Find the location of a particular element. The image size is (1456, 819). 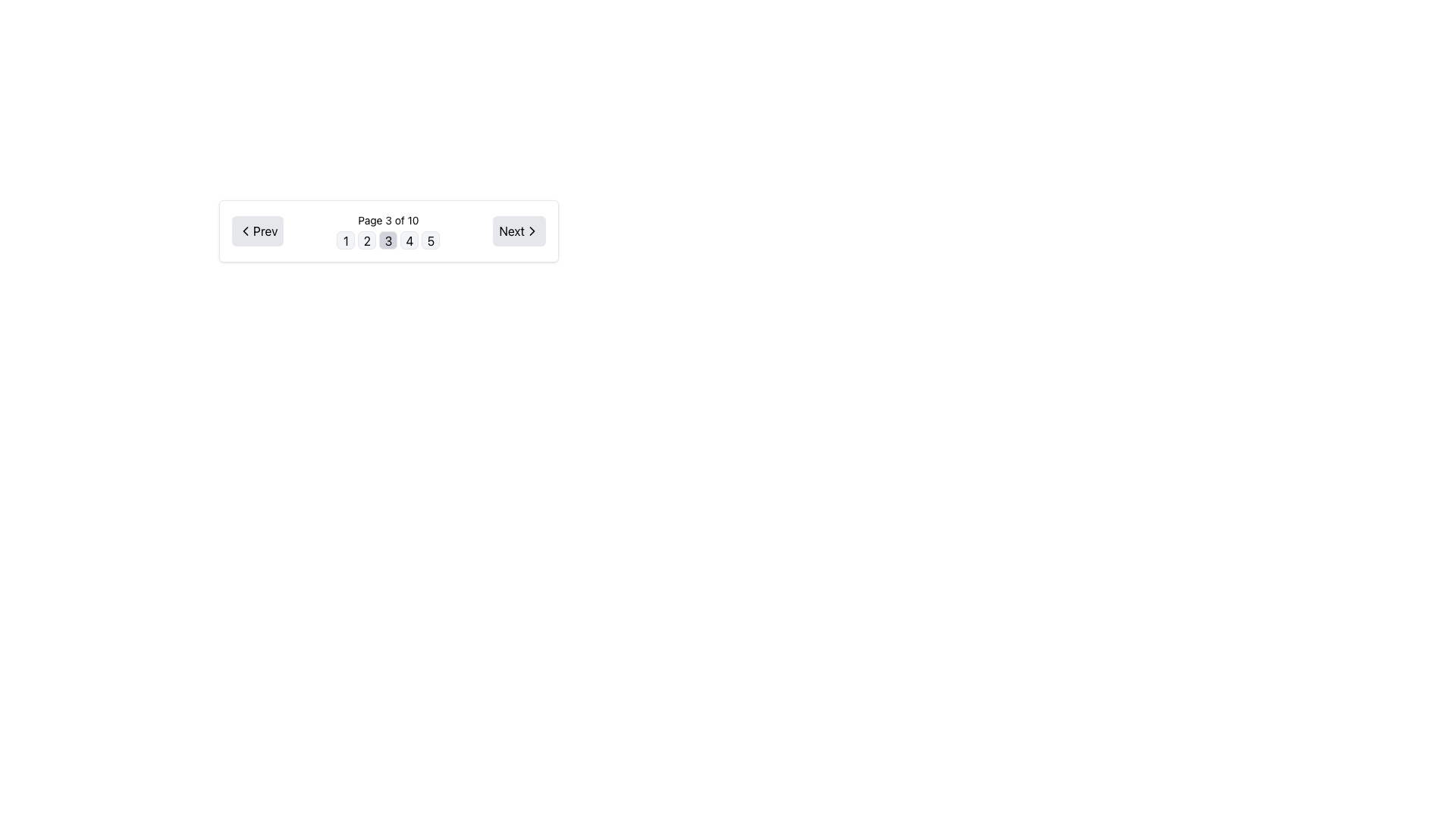

the 'Next' button which is a rectangular button containing a rightward chevron icon is located at coordinates (532, 231).